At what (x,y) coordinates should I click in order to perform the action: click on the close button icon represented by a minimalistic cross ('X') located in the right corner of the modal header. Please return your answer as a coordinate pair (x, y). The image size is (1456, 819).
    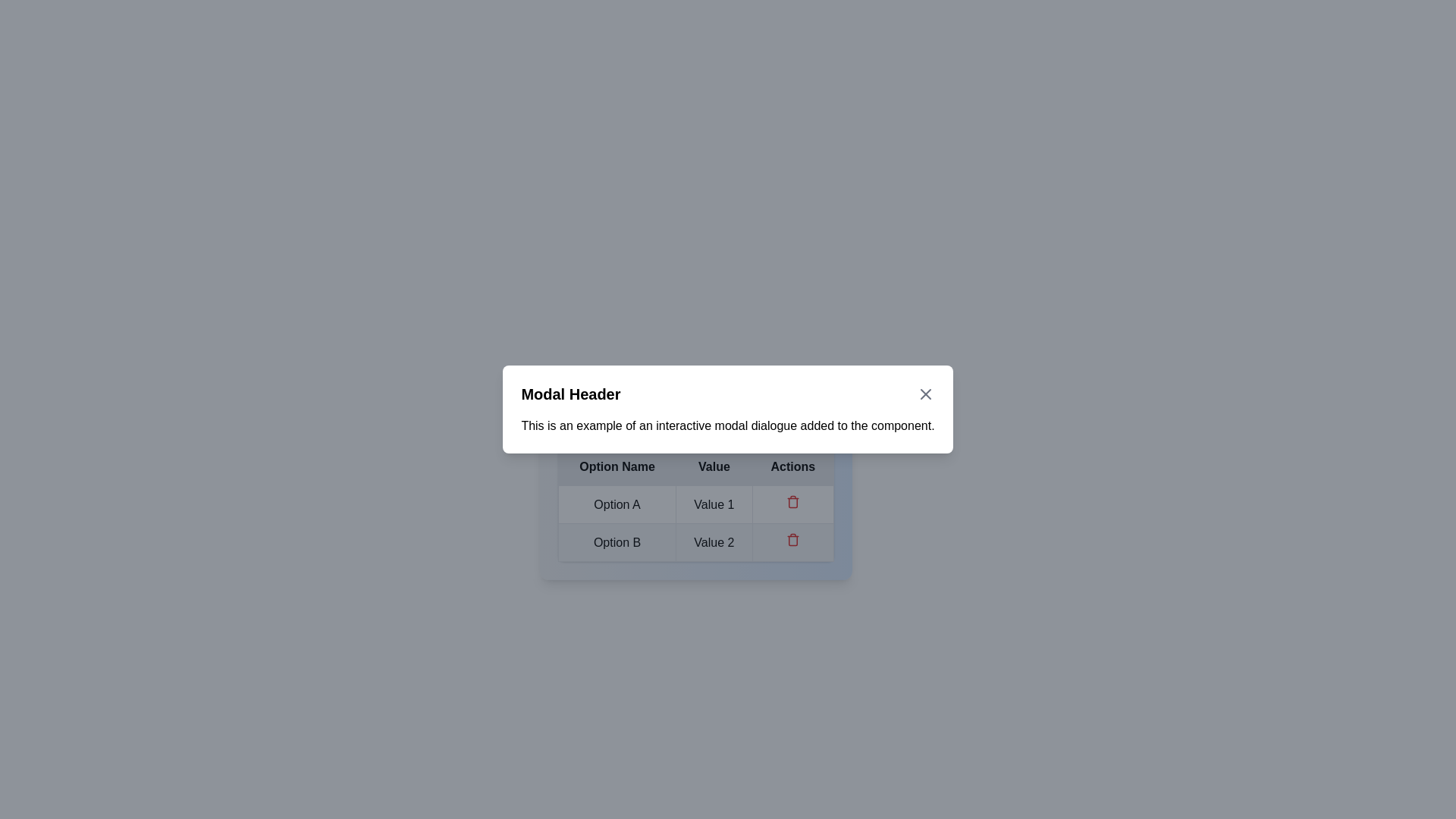
    Looking at the image, I should click on (924, 394).